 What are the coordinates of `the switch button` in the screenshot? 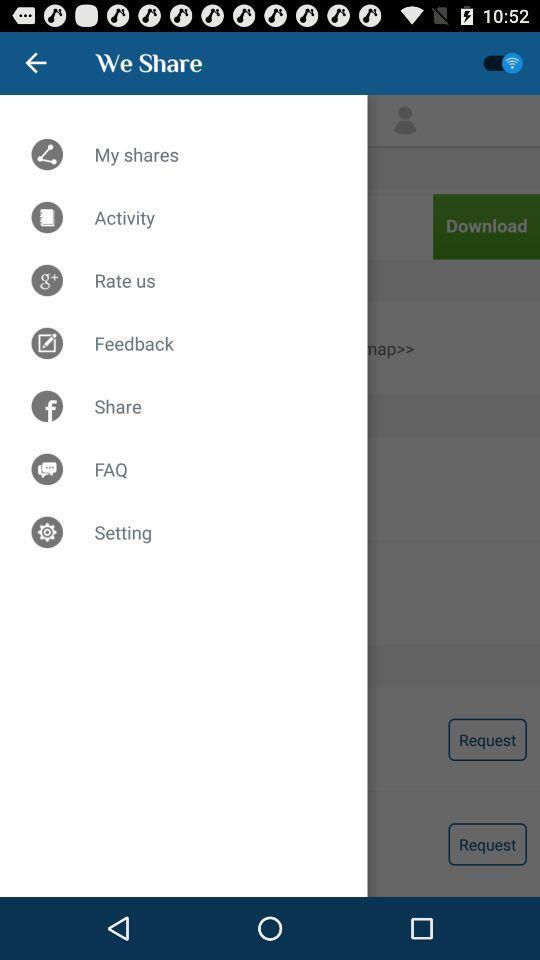 It's located at (502, 63).